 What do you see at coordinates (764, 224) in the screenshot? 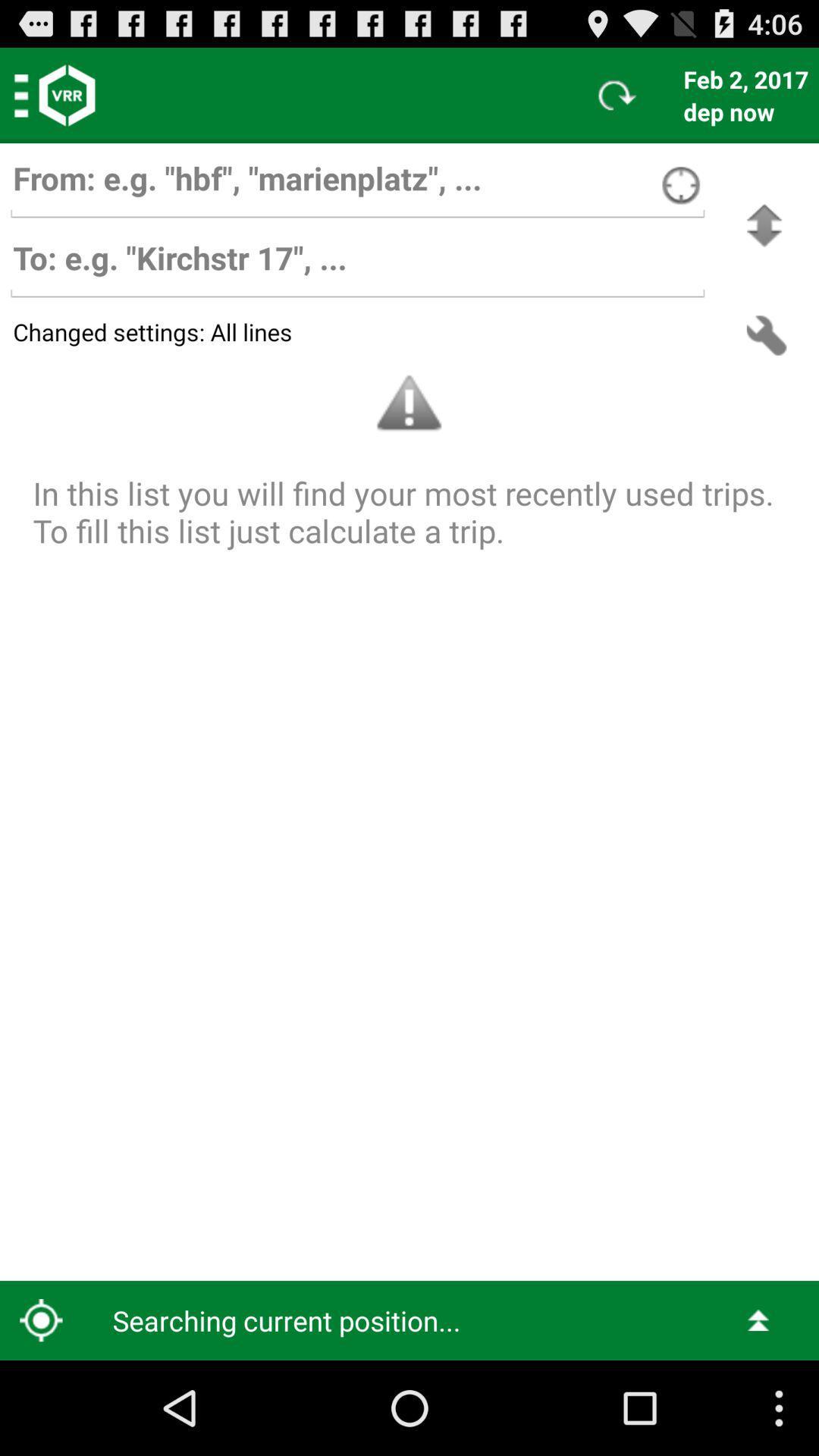
I see `the item below dep now item` at bounding box center [764, 224].